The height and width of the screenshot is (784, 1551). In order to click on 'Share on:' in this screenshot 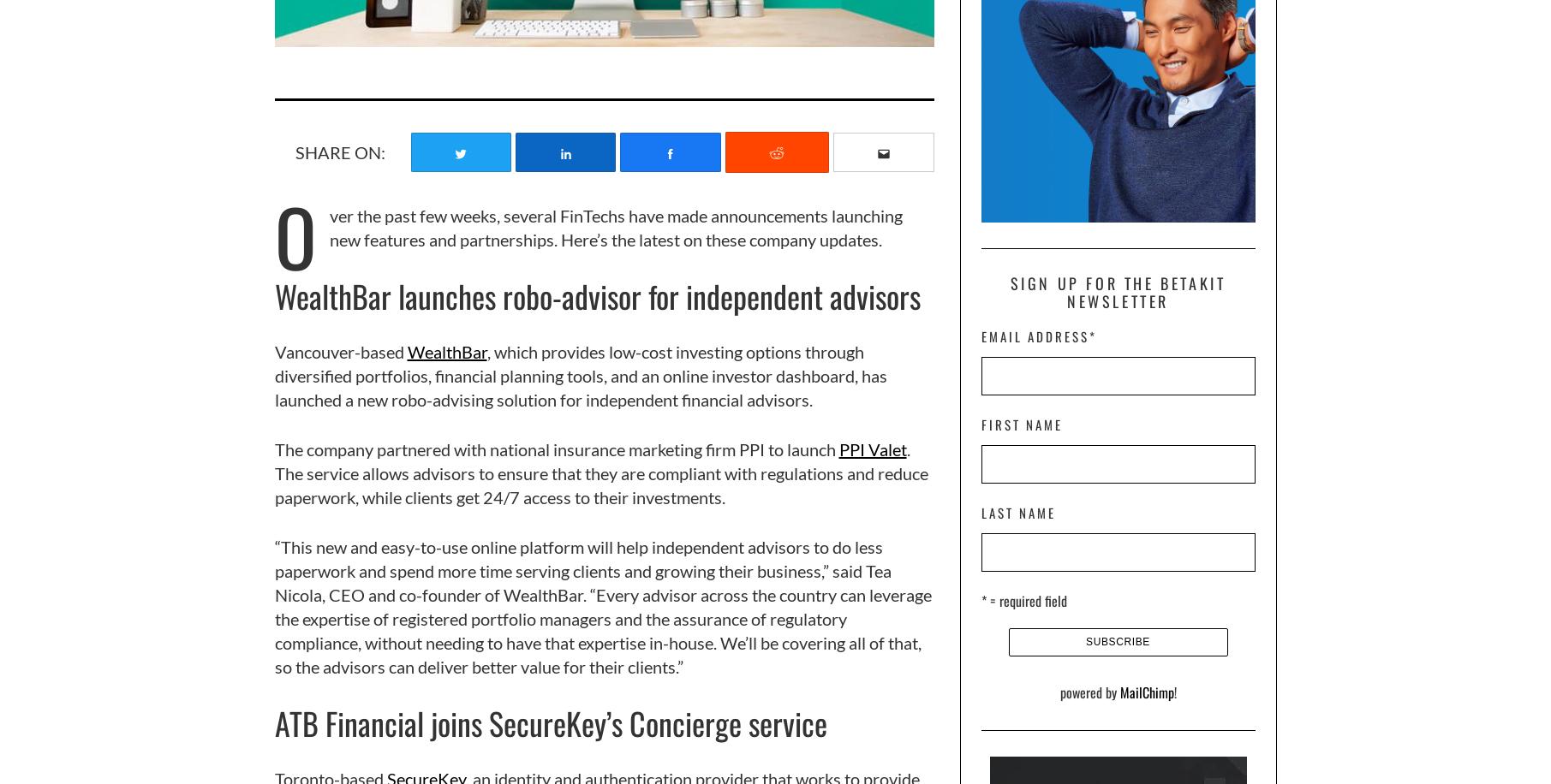, I will do `click(339, 151)`.